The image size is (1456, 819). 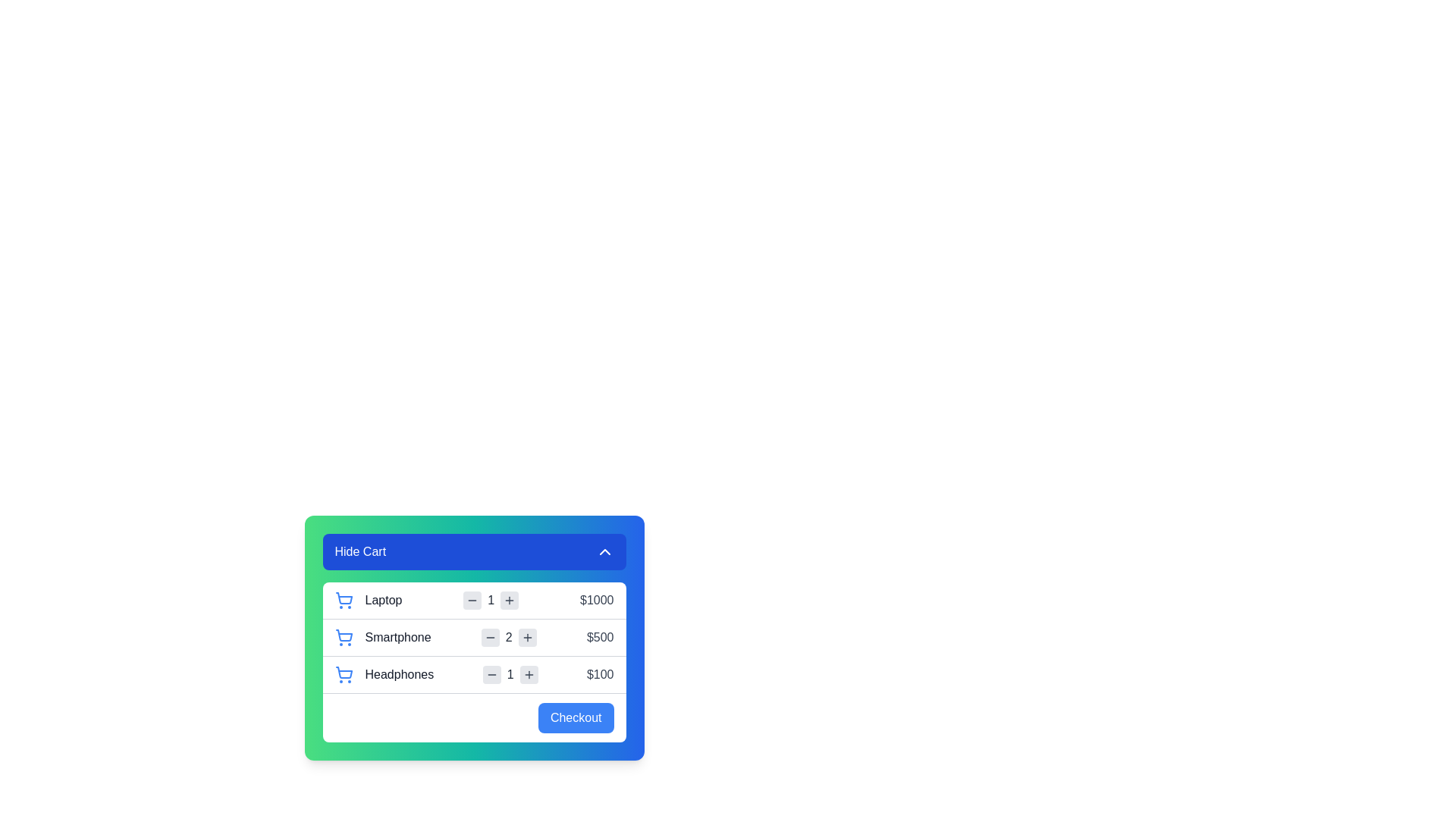 What do you see at coordinates (527, 637) in the screenshot?
I see `the small square button with a plus sign icon to increment the quantity of the 'Smartphone' item in the shopping cart` at bounding box center [527, 637].